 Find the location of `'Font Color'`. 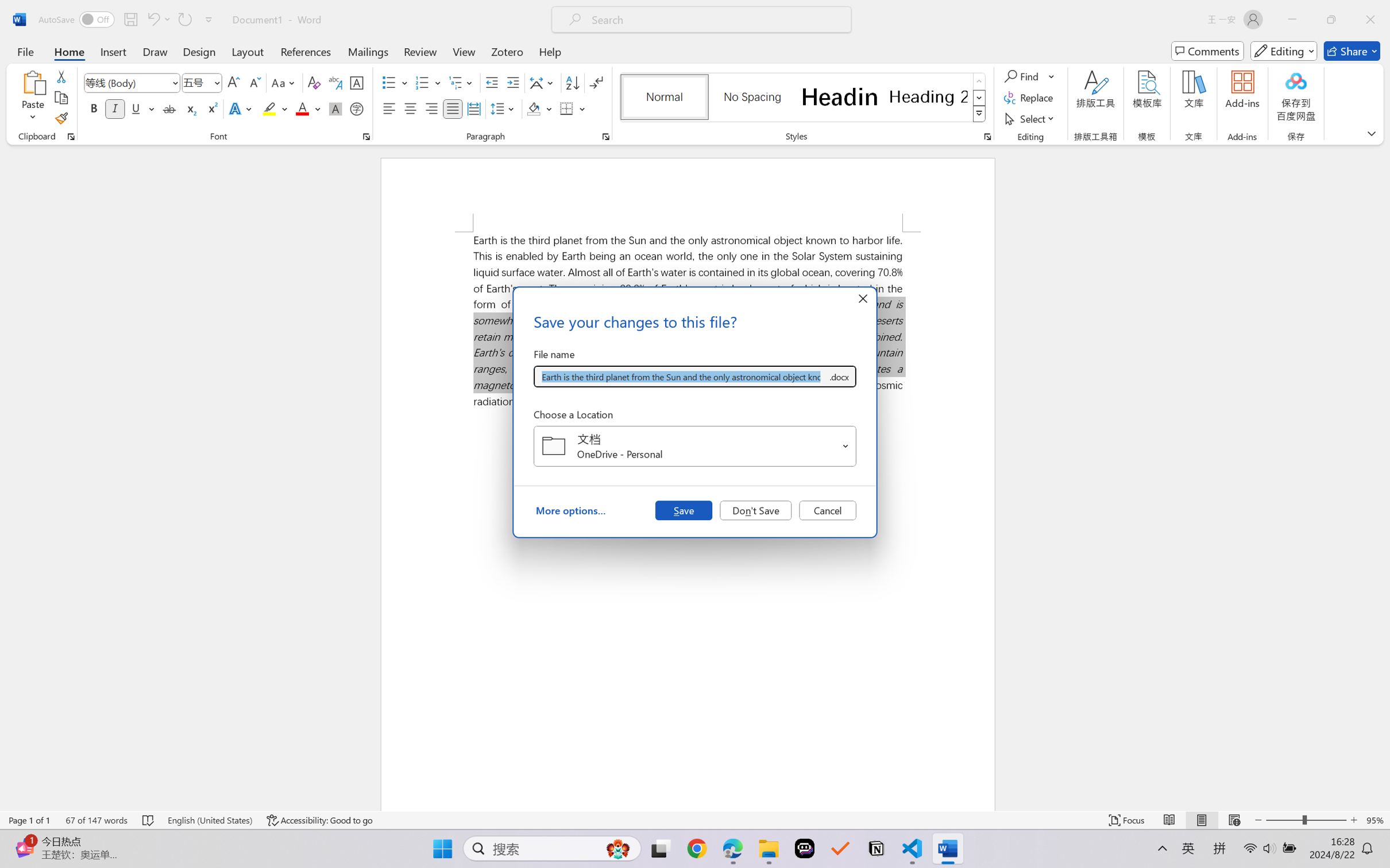

'Font Color' is located at coordinates (308, 108).